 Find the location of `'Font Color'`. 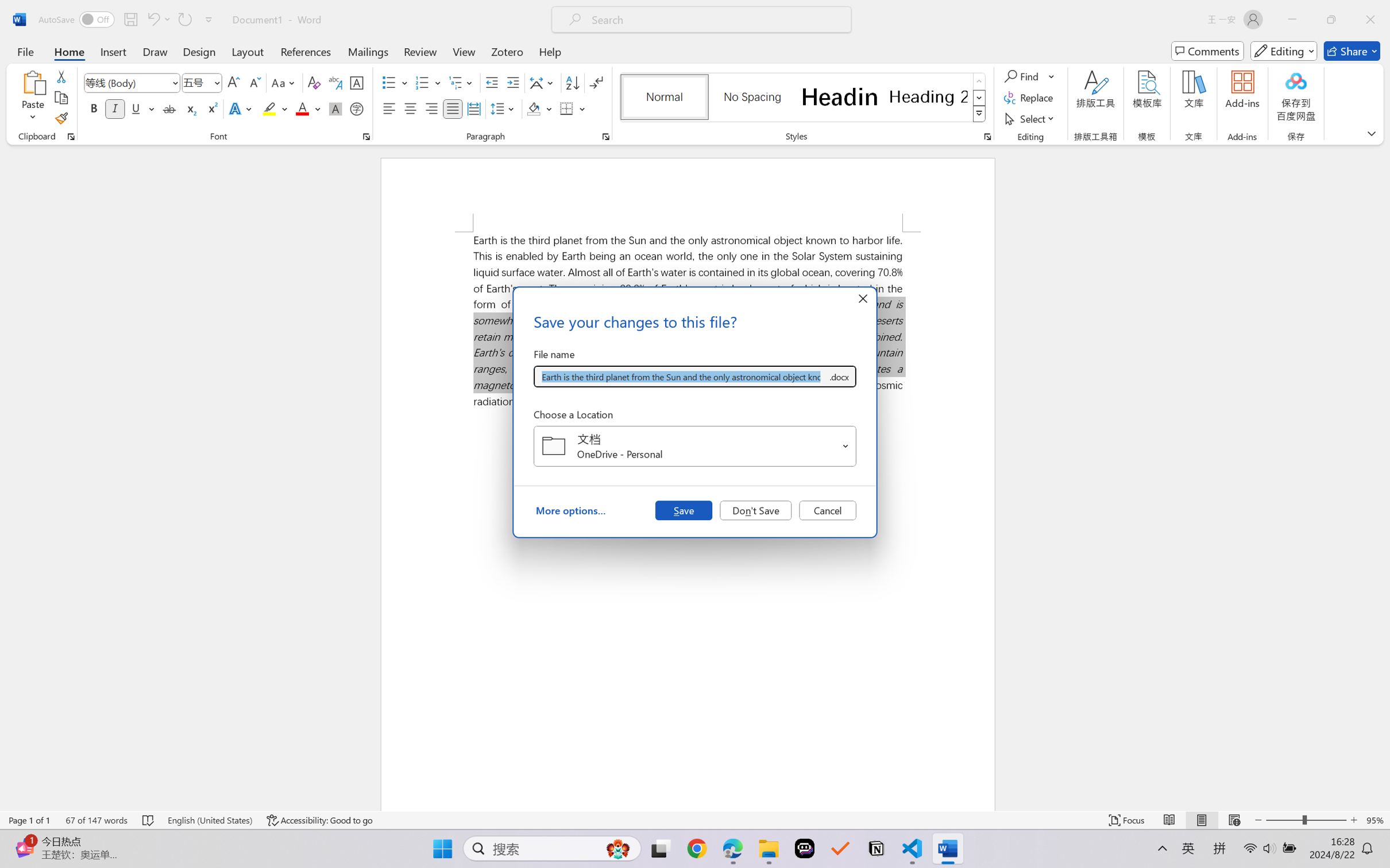

'Font Color' is located at coordinates (308, 108).